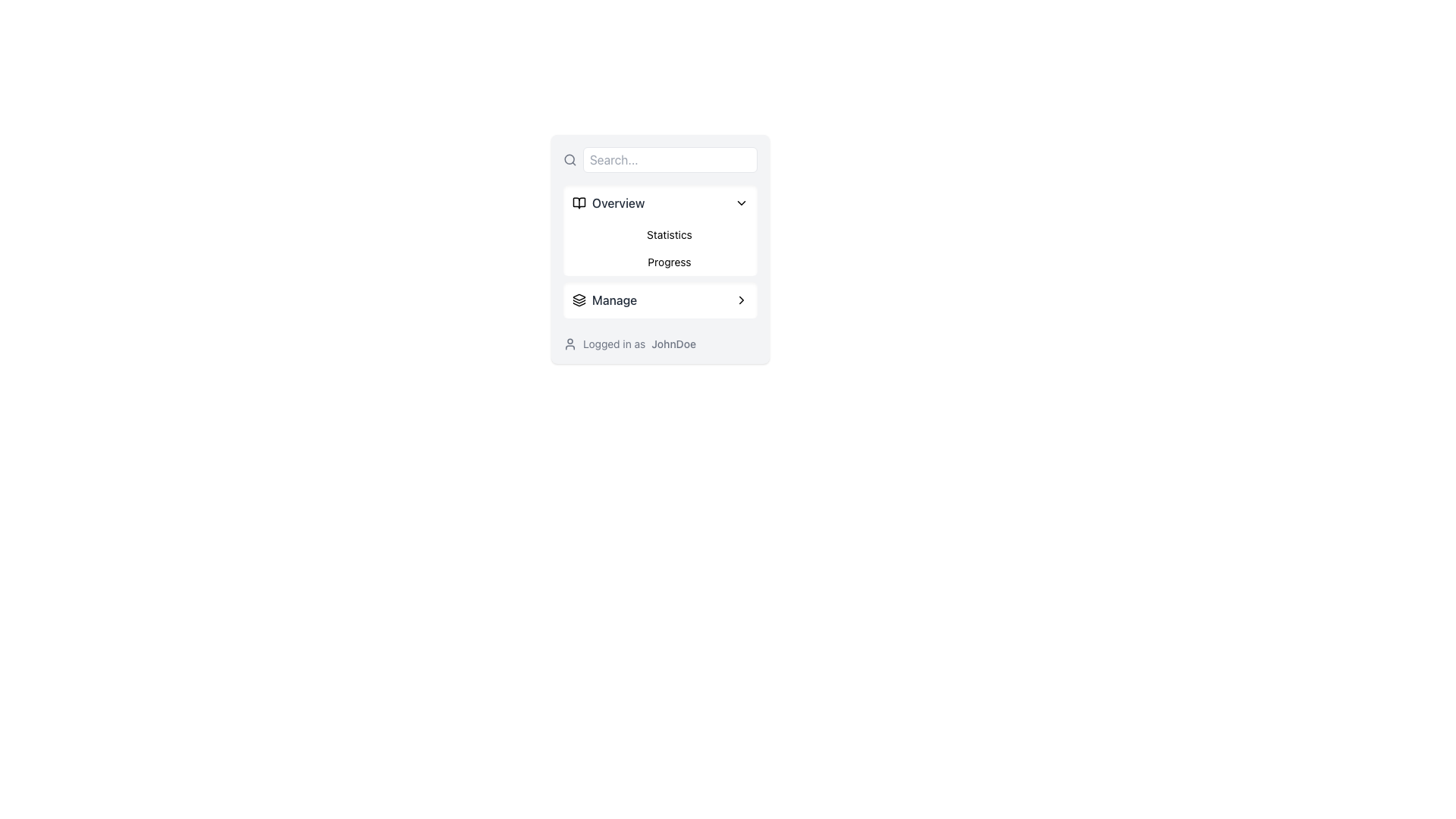  I want to click on the text element "JohnDoe" which is styled in a slightly bold font and appears as part of the user identification line following the phrase "Logged in as" in the bottom-right area of the sidebar, so click(673, 344).